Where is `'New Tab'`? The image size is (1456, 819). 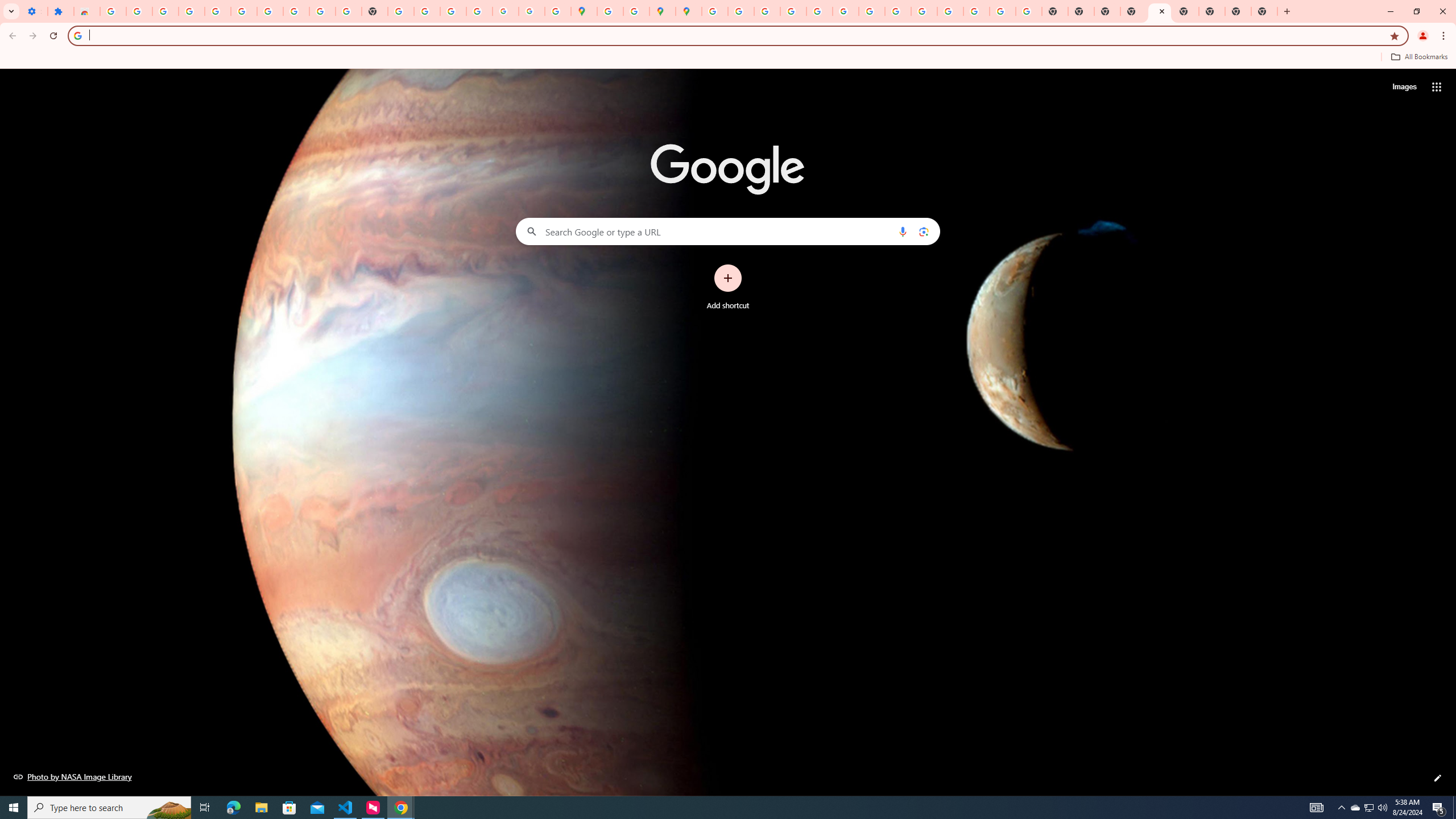
'New Tab' is located at coordinates (1287, 11).